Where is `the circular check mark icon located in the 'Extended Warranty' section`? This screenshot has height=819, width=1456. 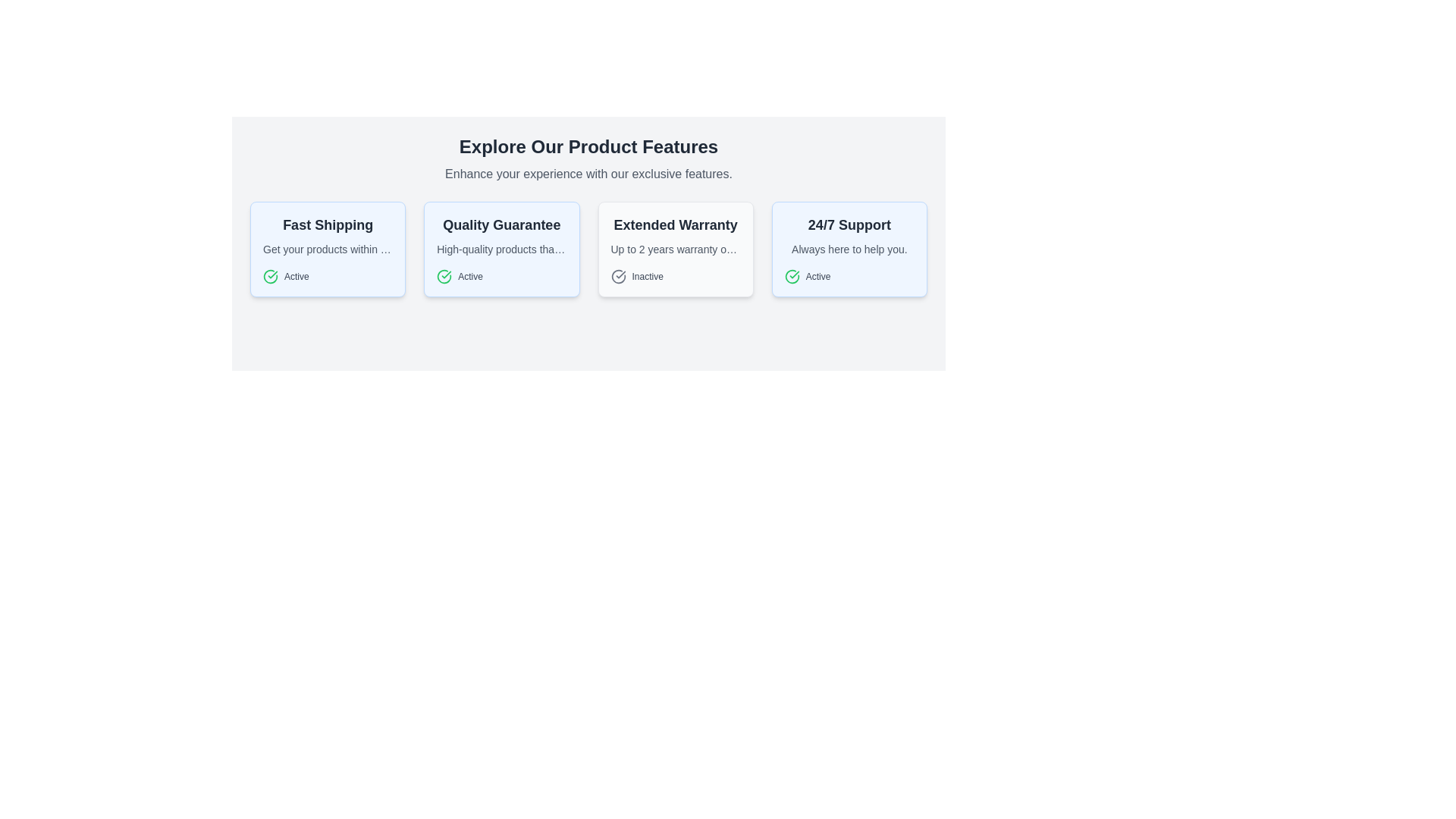 the circular check mark icon located in the 'Extended Warranty' section is located at coordinates (618, 277).